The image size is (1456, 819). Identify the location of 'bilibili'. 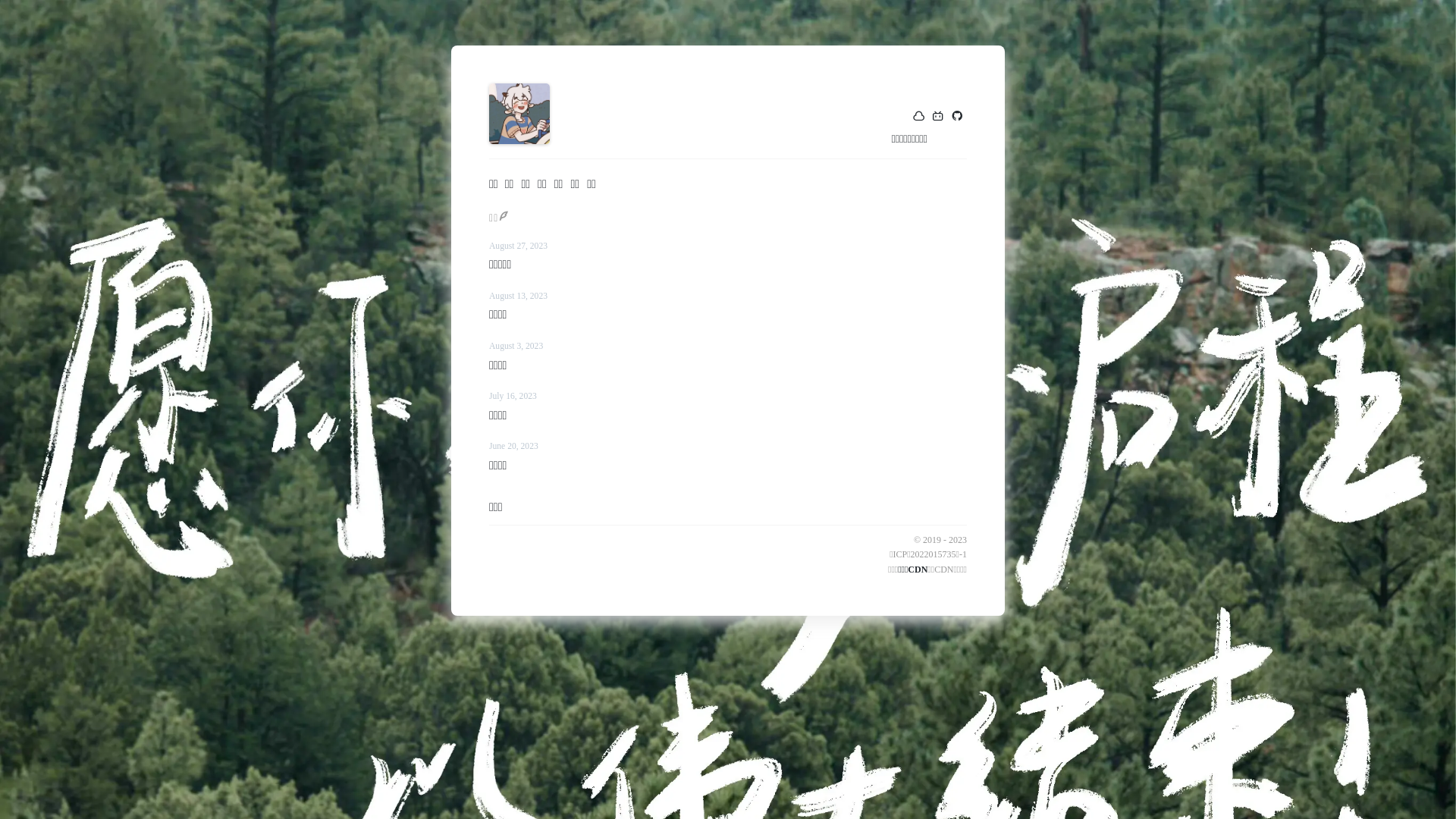
(937, 116).